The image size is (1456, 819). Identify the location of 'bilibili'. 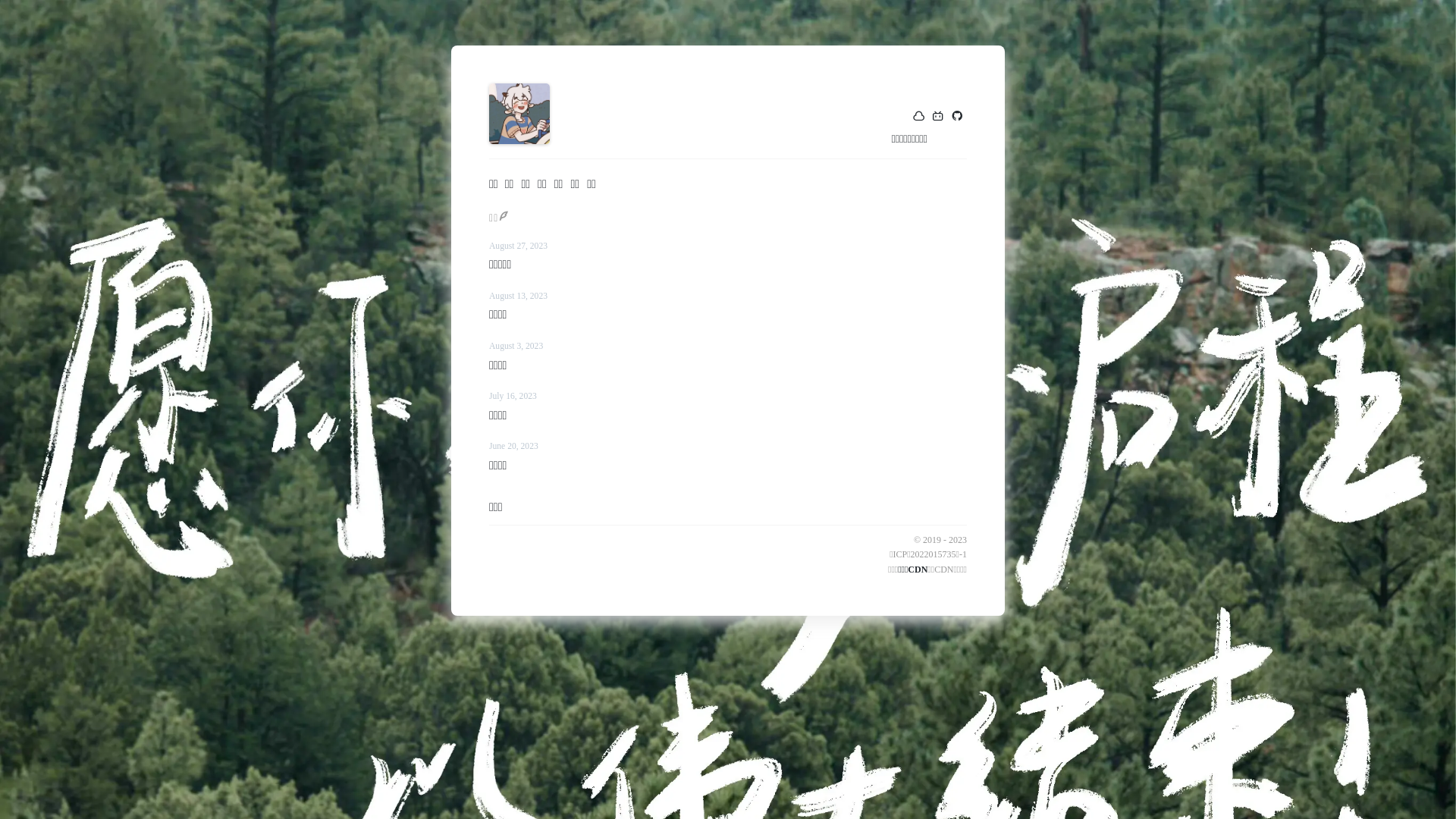
(937, 116).